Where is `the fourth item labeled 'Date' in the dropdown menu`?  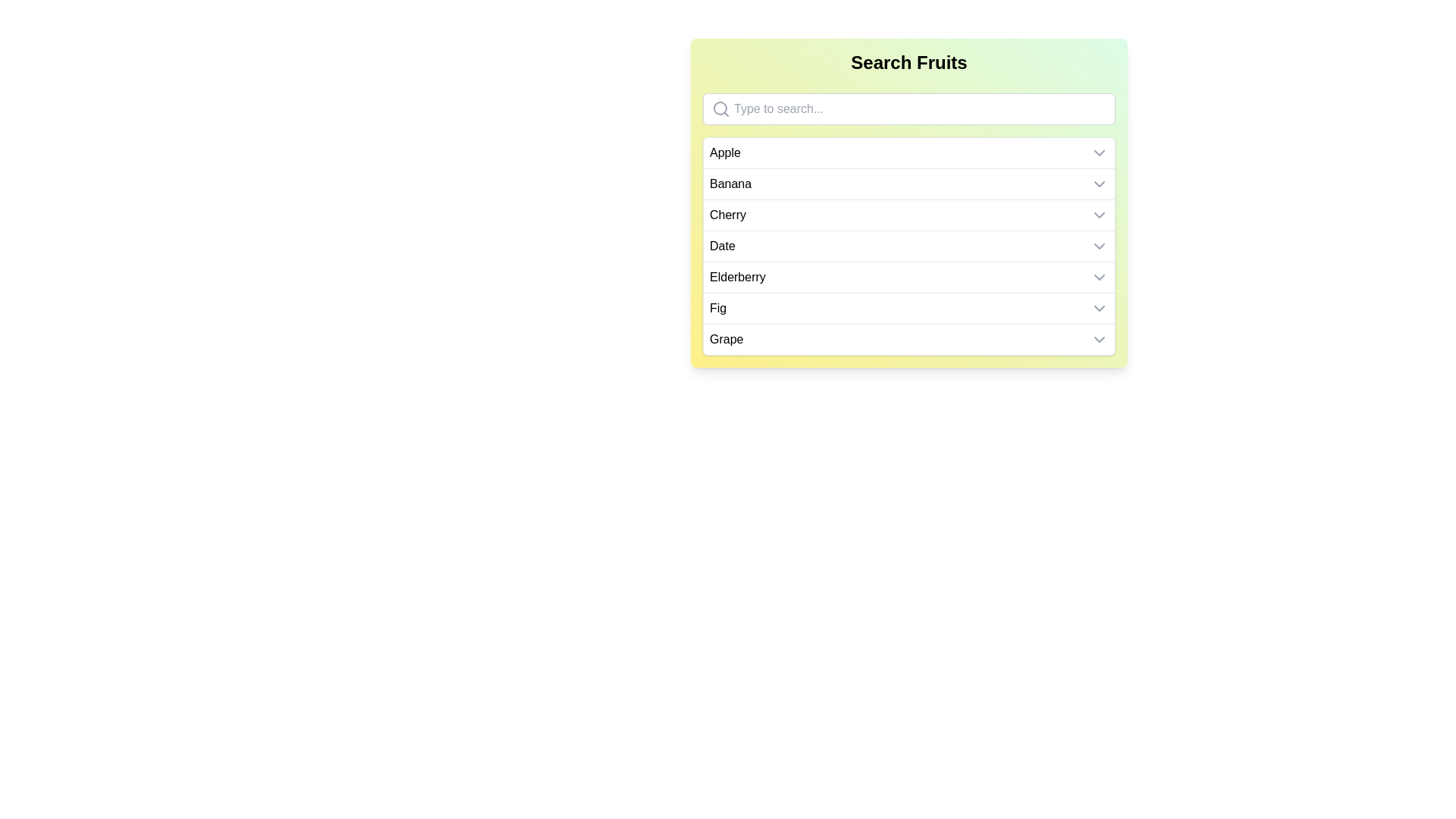
the fourth item labeled 'Date' in the dropdown menu is located at coordinates (909, 245).